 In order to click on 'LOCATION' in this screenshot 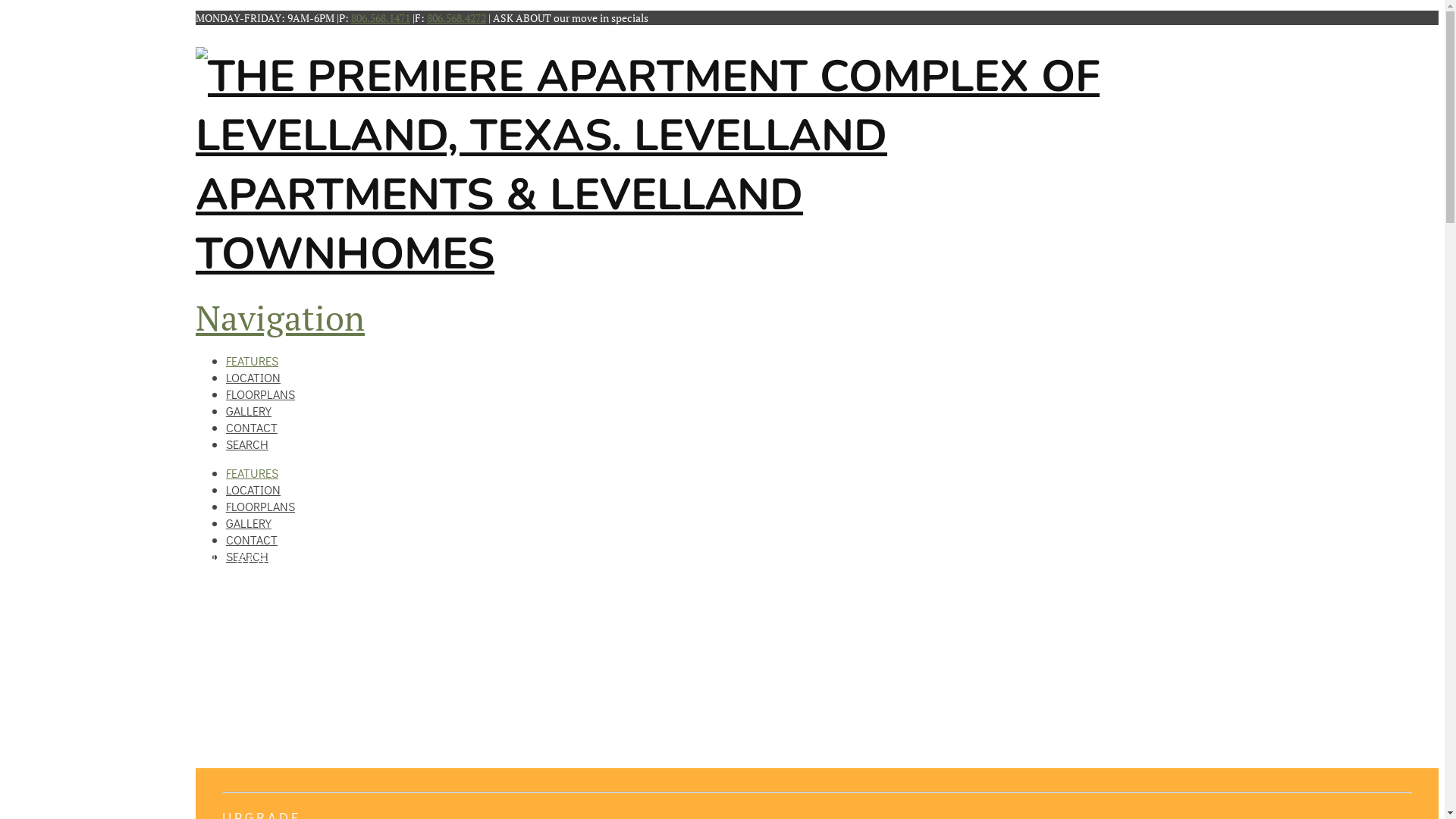, I will do `click(253, 372)`.